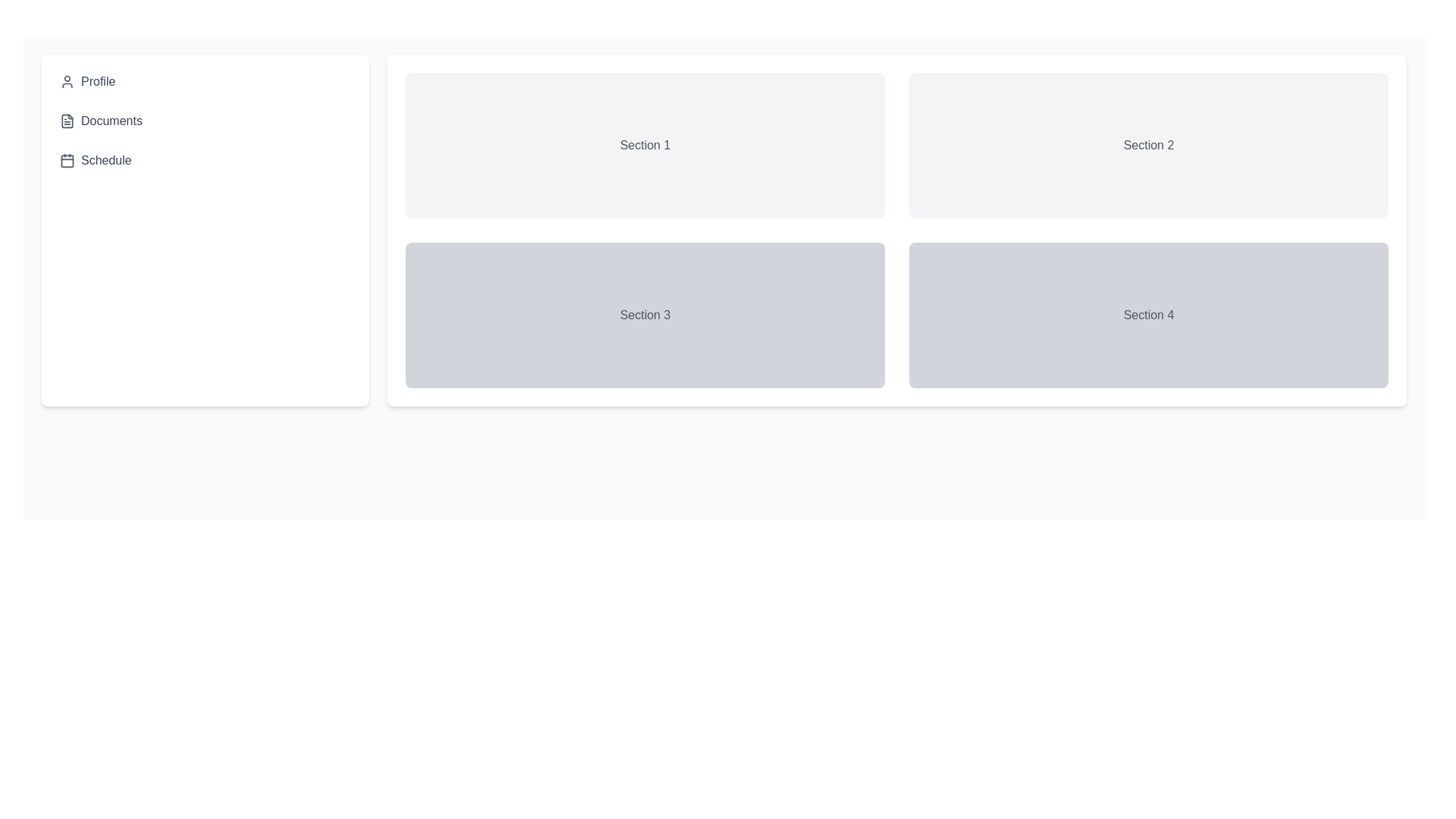 Image resolution: width=1456 pixels, height=819 pixels. Describe the element at coordinates (67, 120) in the screenshot. I see `the 'Documents' icon located in the leftmost vertical panel, which is the second item in a vertical list of three menu items` at that location.